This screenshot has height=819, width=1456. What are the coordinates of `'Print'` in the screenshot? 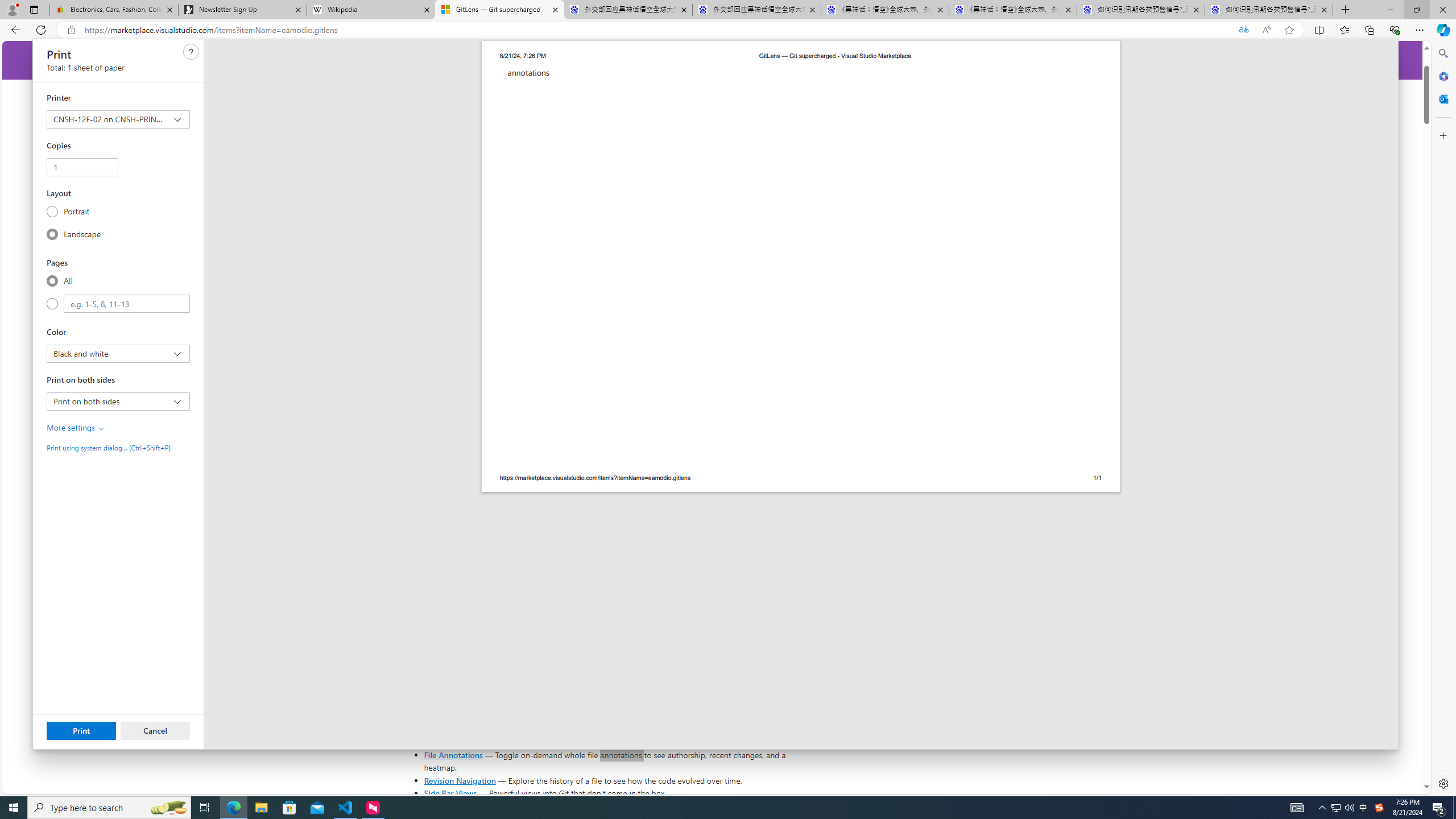 It's located at (81, 730).